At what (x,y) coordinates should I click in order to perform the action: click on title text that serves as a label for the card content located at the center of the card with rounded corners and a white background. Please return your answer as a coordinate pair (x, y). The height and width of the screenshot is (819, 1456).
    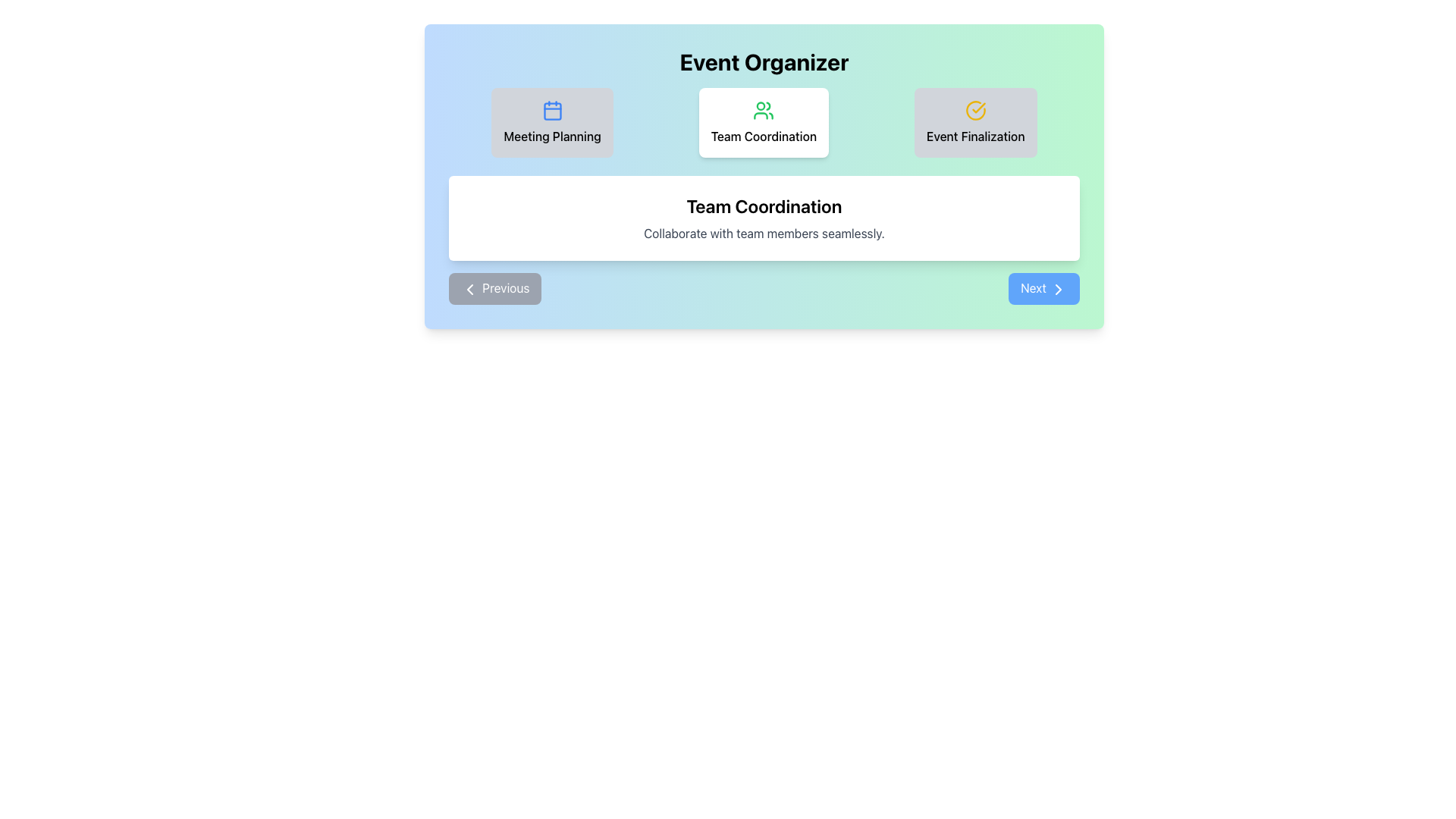
    Looking at the image, I should click on (764, 206).